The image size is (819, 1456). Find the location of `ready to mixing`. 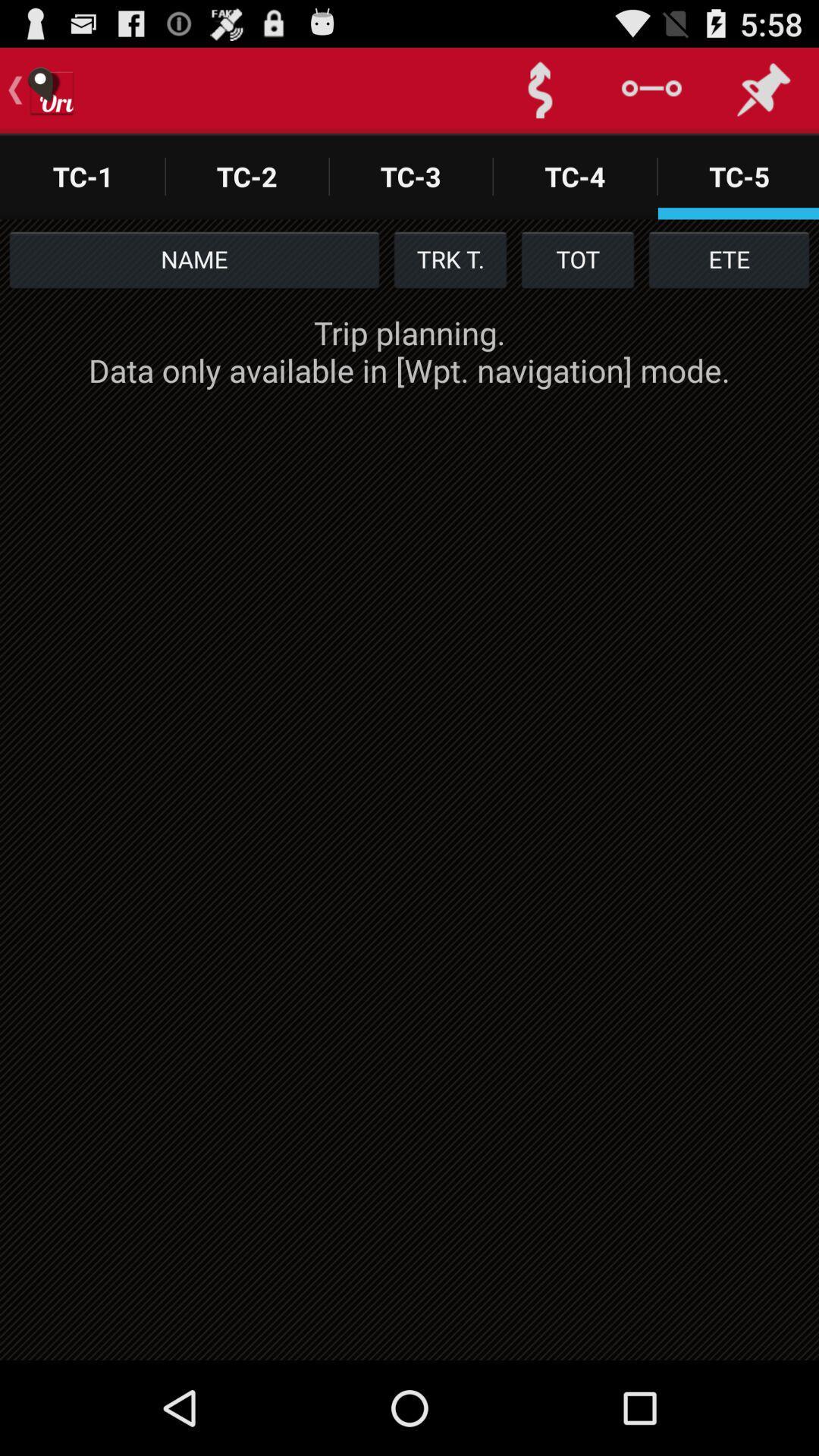

ready to mixing is located at coordinates (539, 89).